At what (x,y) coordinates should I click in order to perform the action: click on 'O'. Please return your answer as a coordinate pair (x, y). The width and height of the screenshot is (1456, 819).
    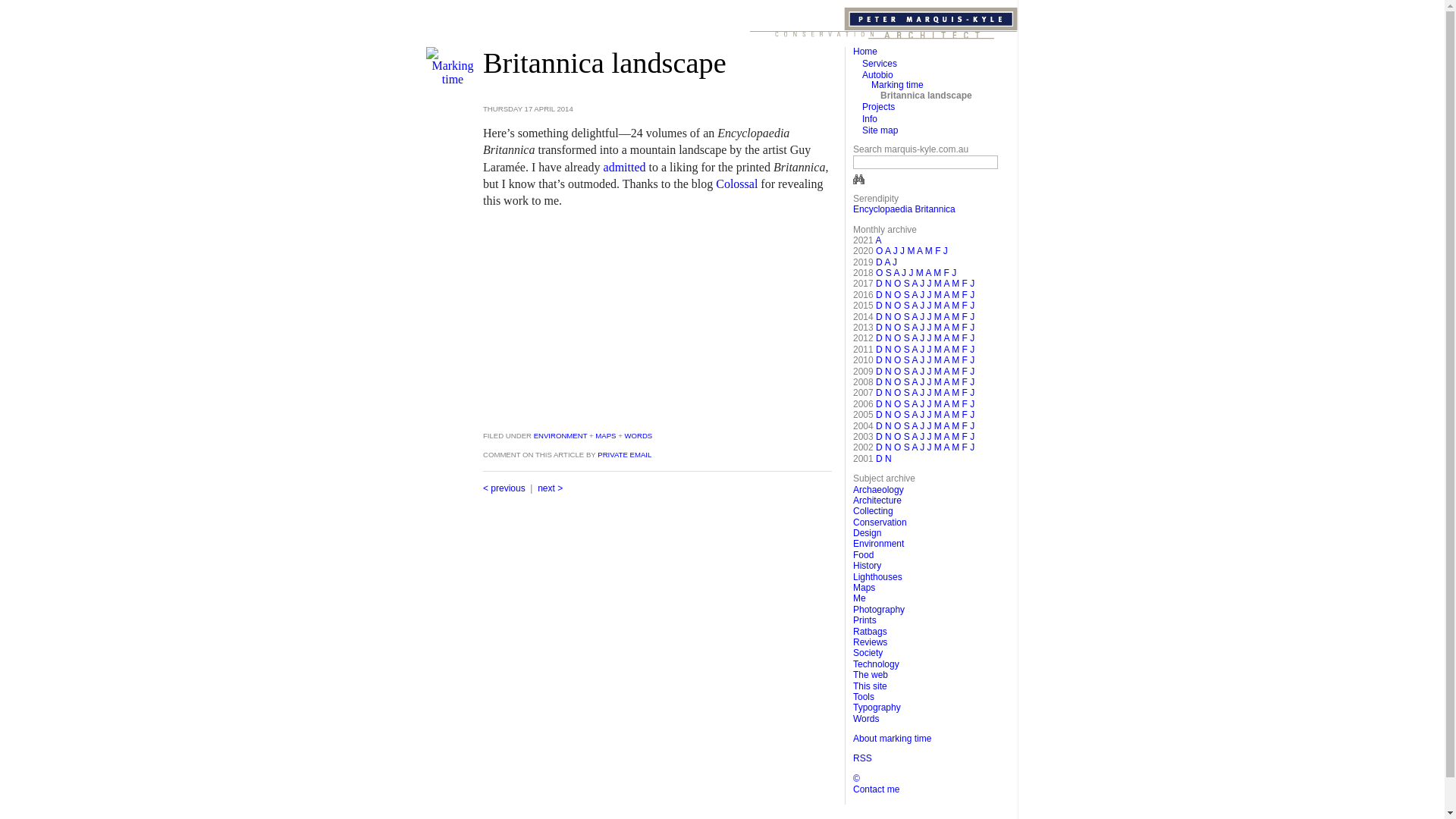
    Looking at the image, I should click on (879, 271).